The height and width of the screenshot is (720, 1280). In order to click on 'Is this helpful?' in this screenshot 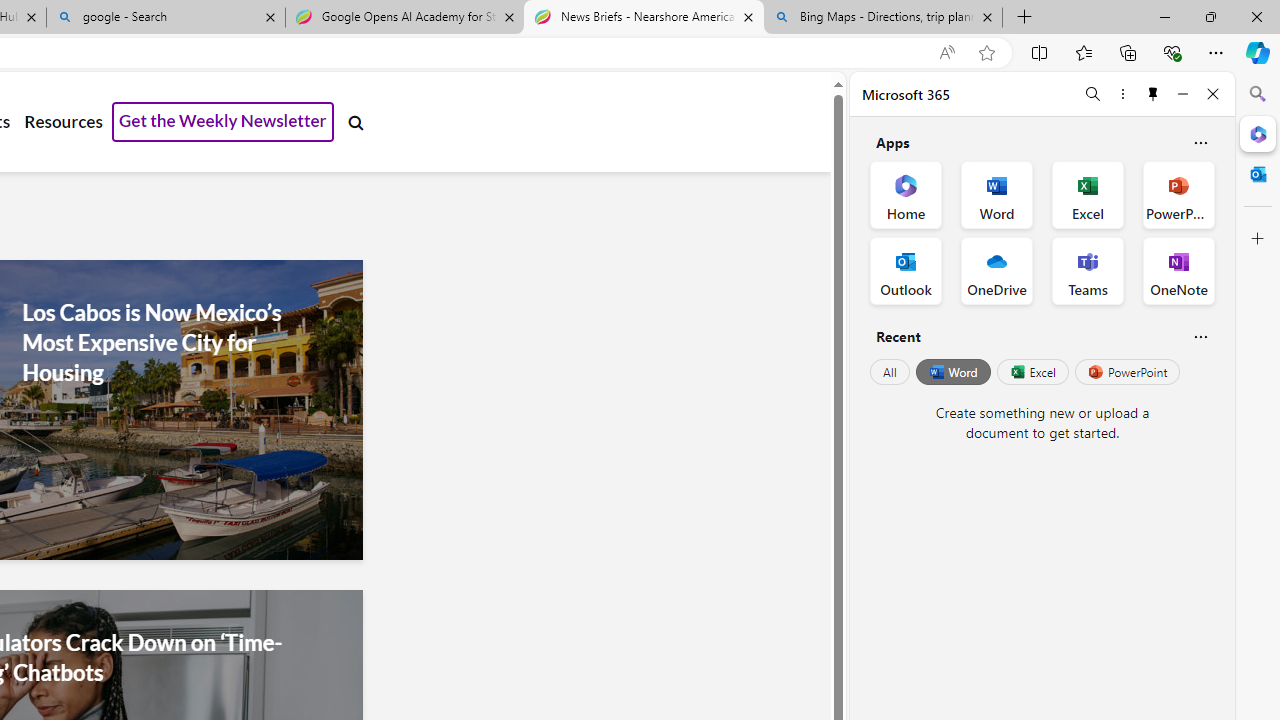, I will do `click(1200, 335)`.